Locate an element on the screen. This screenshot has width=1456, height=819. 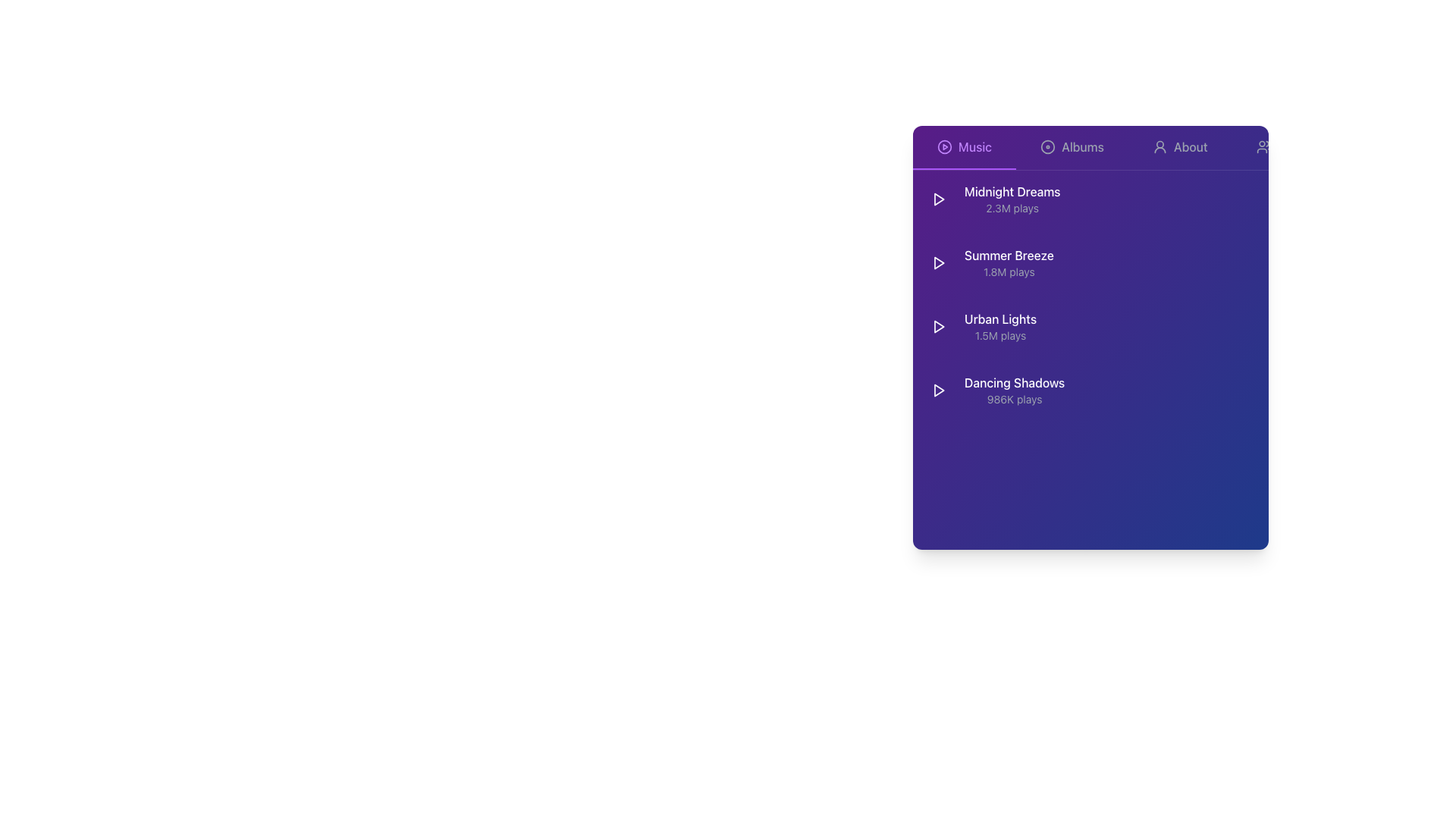
the text label displaying '2.3M plays', which is styled with a gray font and located below the title 'Midnight Dreams' is located at coordinates (1012, 208).